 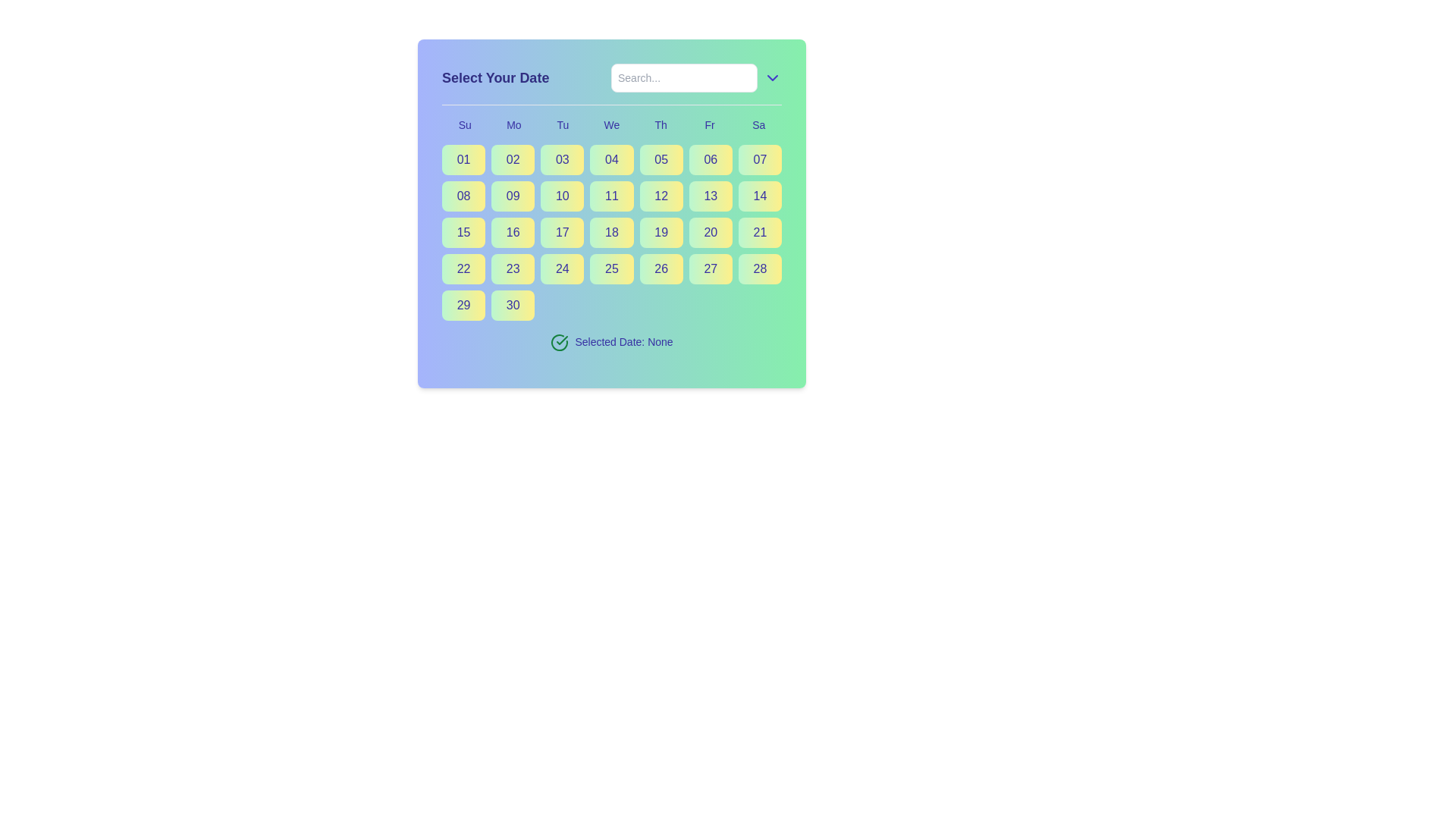 I want to click on the text label that displays the currently selected date, which by default shows 'None' and is located directly beneath the calendar grid, so click(x=623, y=342).